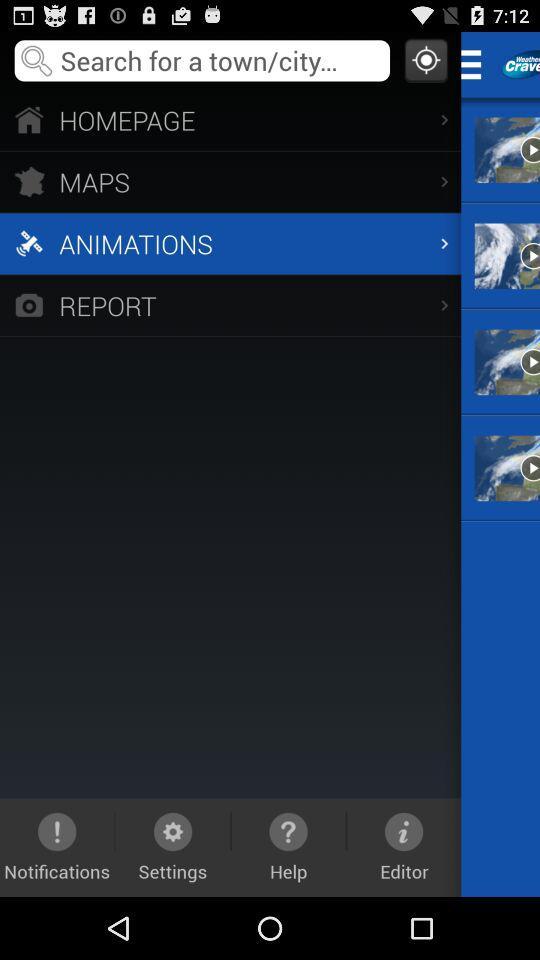 The width and height of the screenshot is (540, 960). Describe the element at coordinates (425, 59) in the screenshot. I see `location gps option` at that location.